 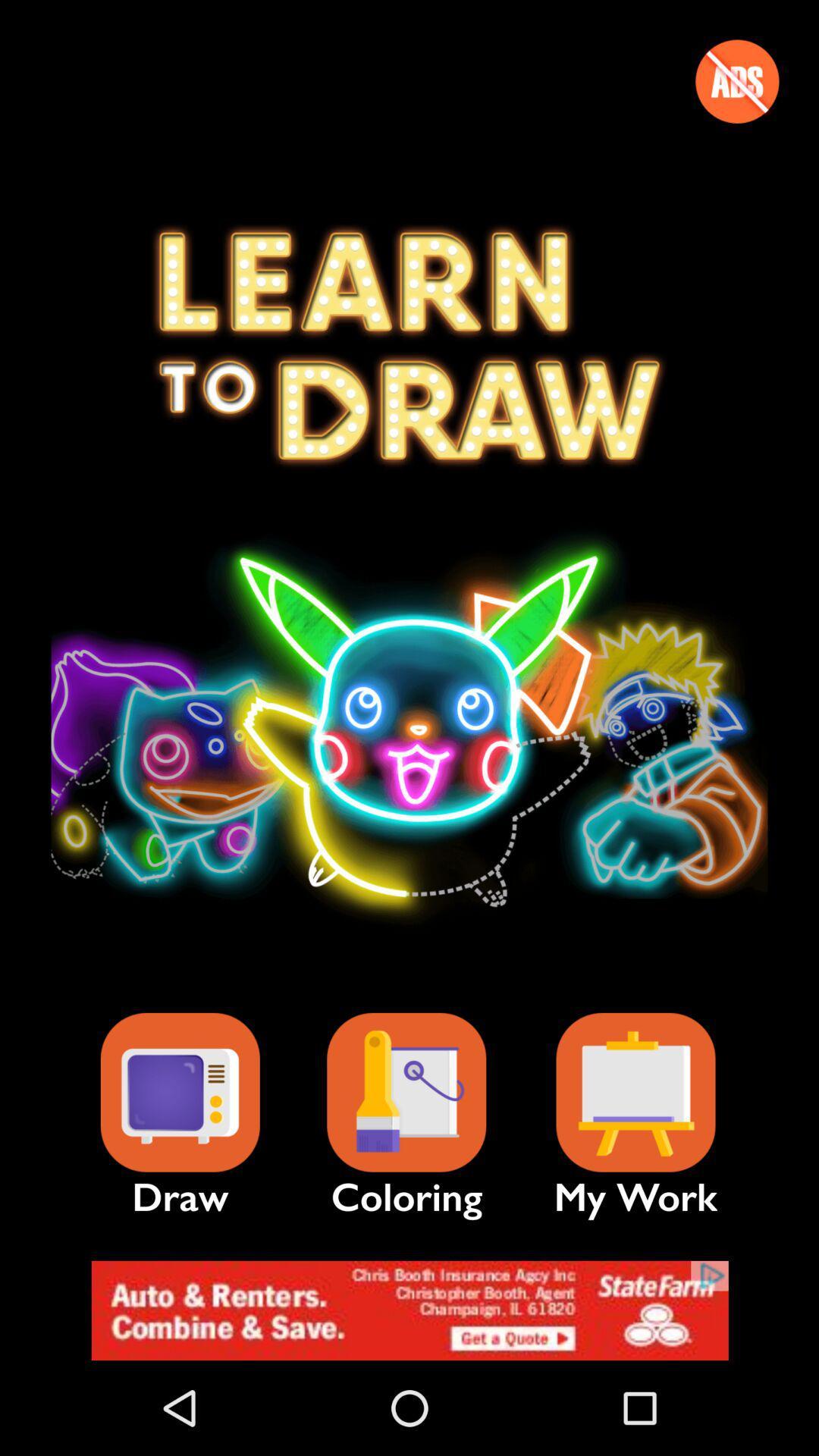 I want to click on coloring, so click(x=406, y=1093).